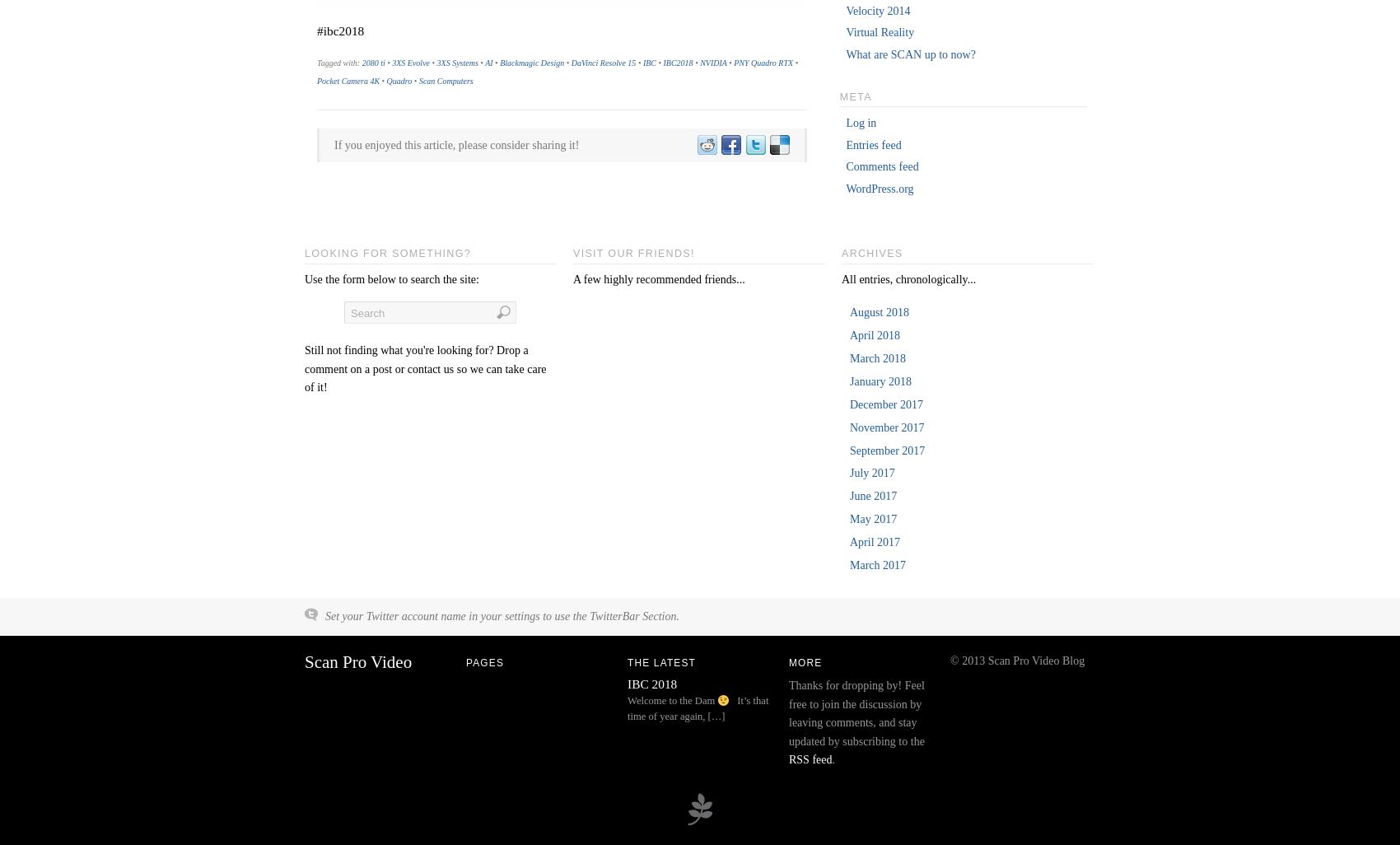  I want to click on '2080 ti', so click(373, 61).